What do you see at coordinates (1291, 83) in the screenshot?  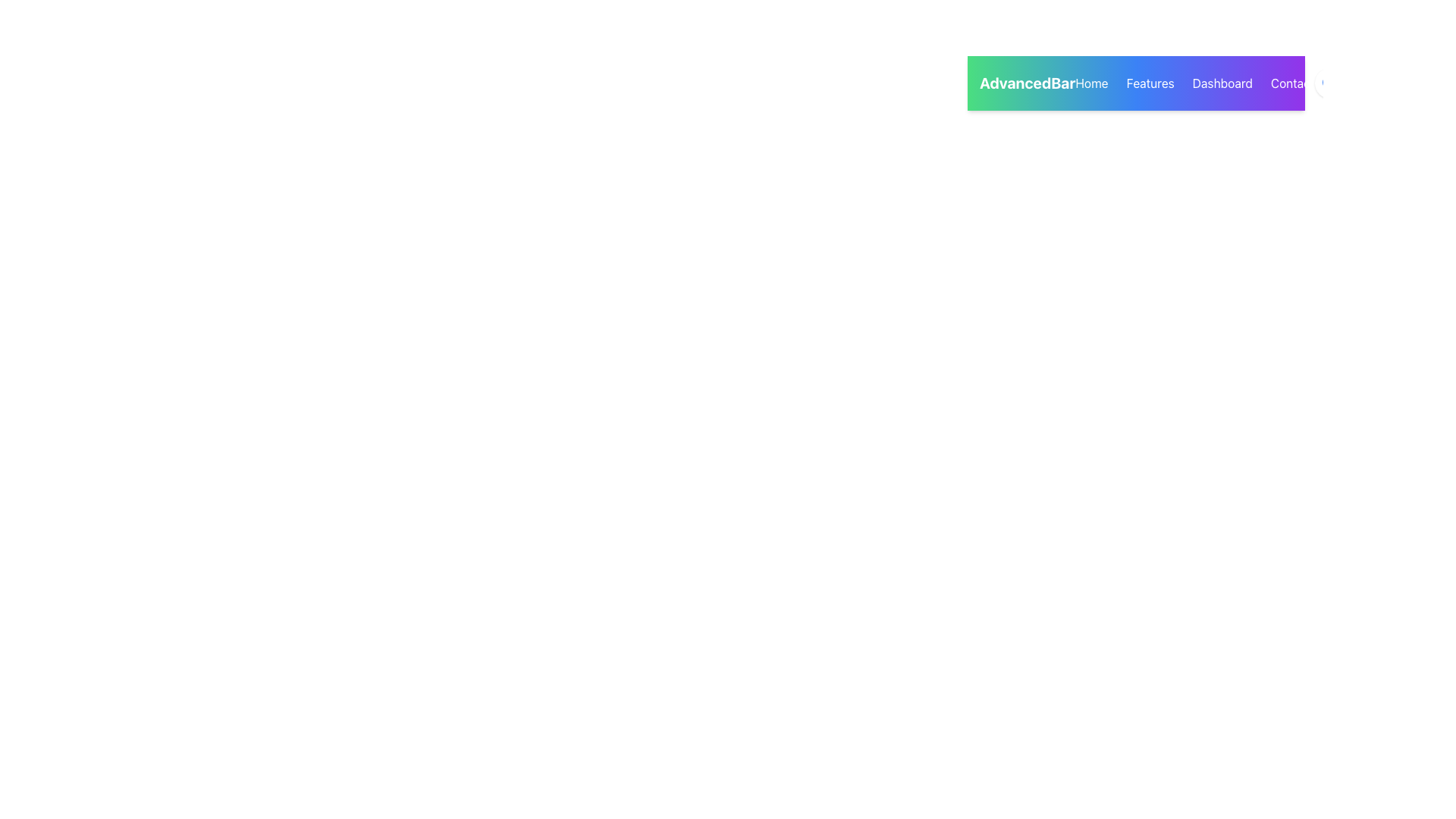 I see `the clickable navigation link located at the far right of the horizontal navigation bar` at bounding box center [1291, 83].